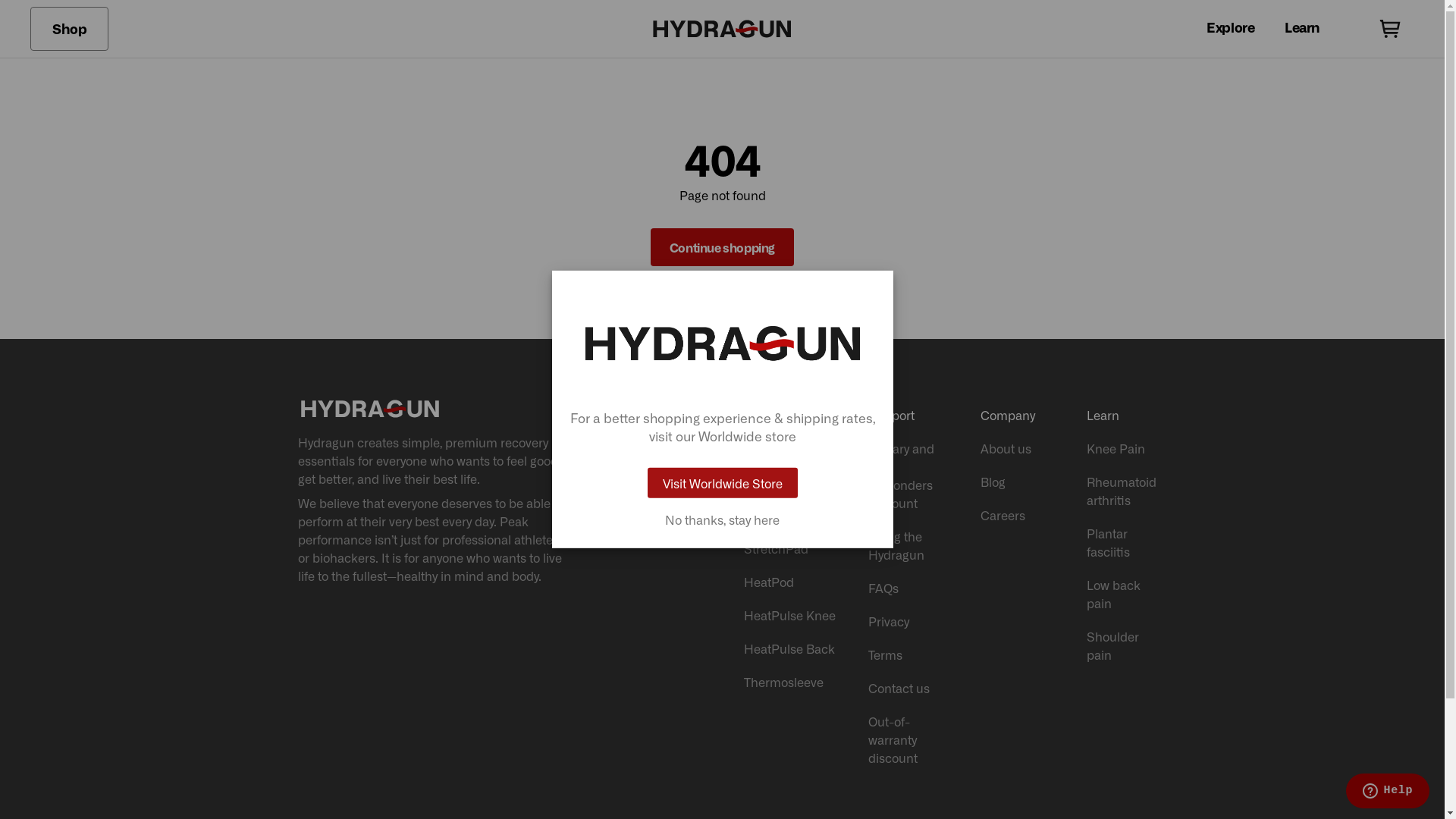 The width and height of the screenshot is (1456, 819). What do you see at coordinates (908, 687) in the screenshot?
I see `'Contact us'` at bounding box center [908, 687].